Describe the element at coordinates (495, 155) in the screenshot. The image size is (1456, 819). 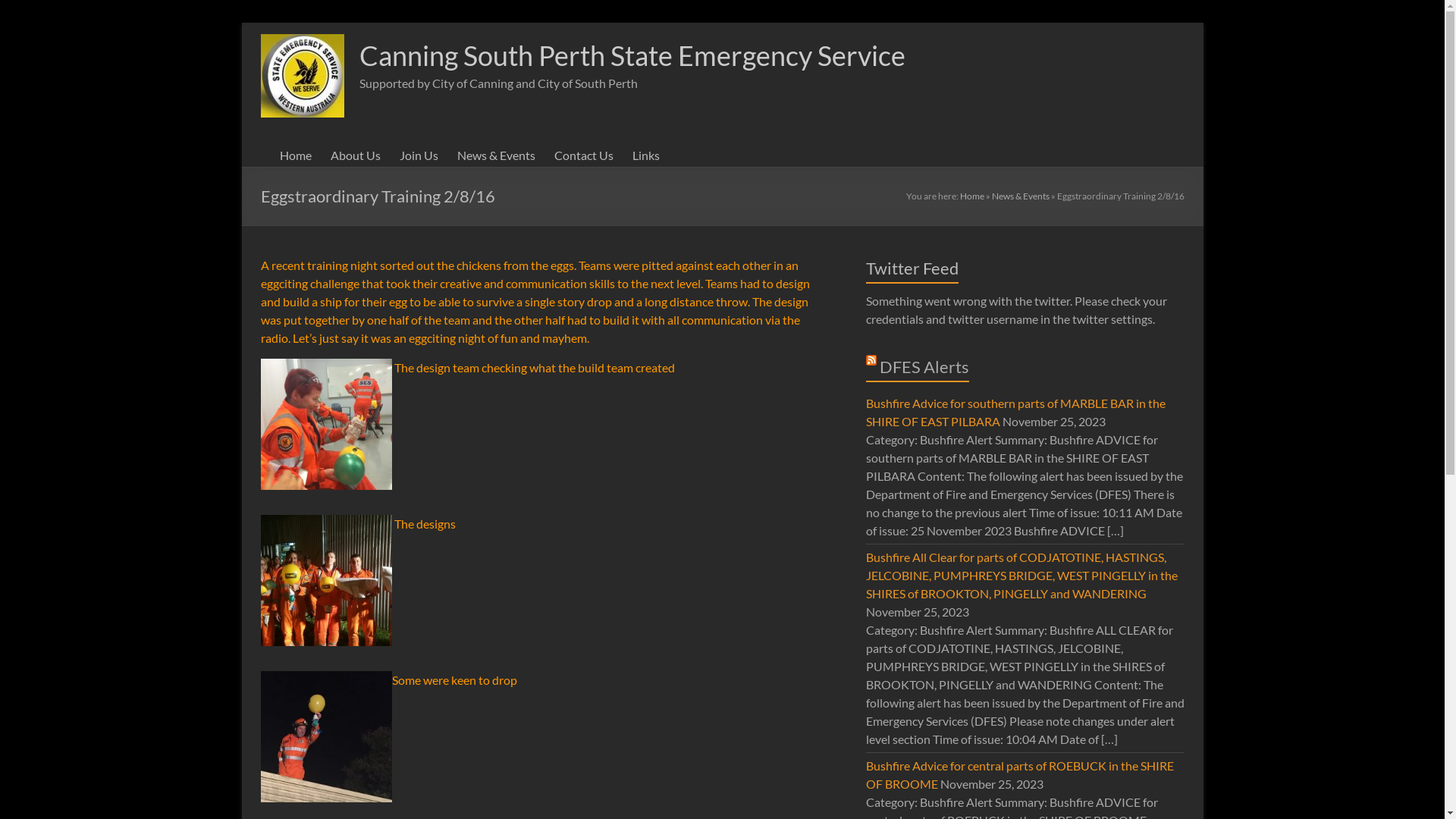
I see `'News & Events'` at that location.